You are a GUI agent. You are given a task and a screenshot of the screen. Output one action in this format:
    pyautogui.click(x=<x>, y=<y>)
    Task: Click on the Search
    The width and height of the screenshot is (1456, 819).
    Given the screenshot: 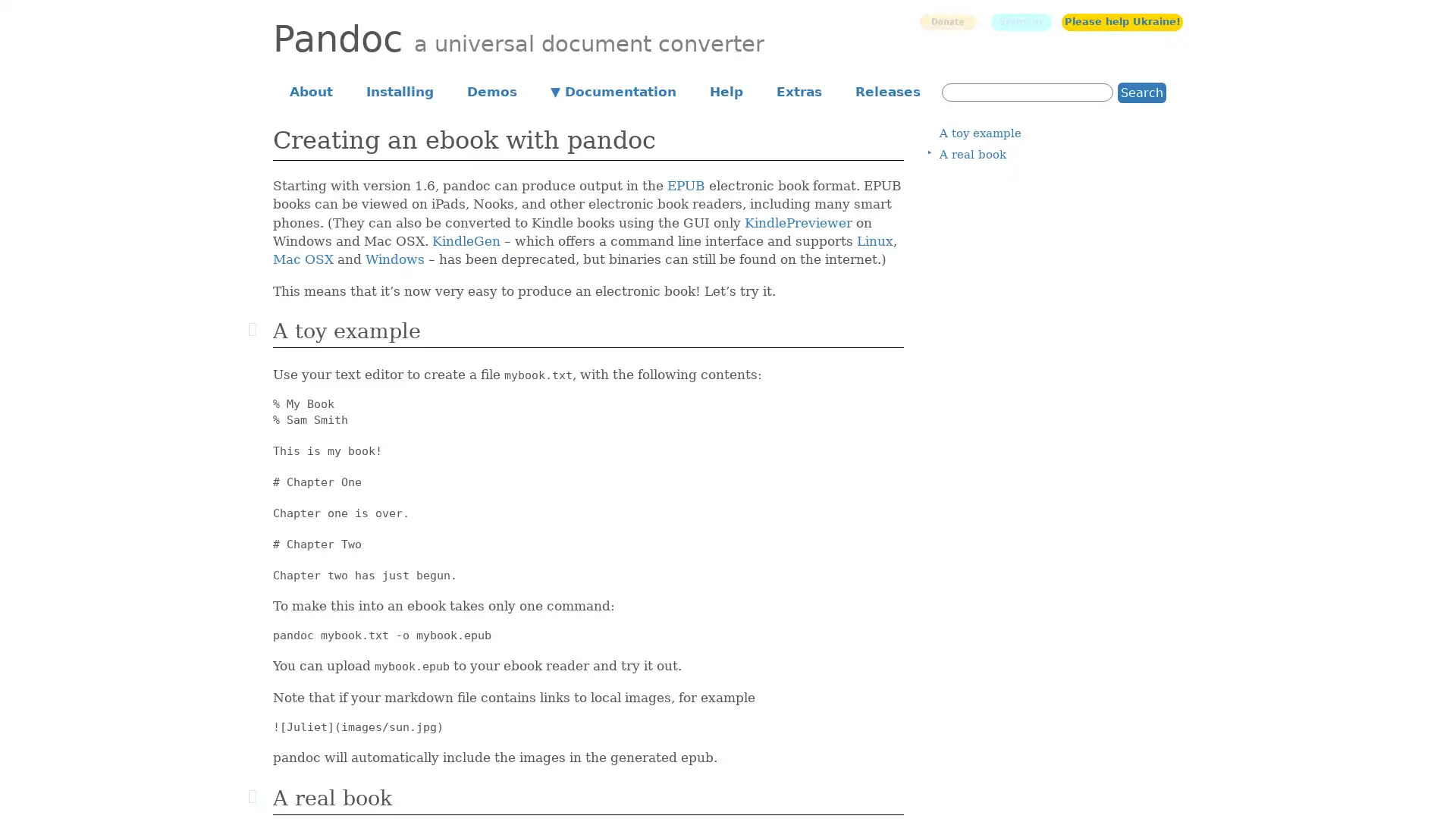 What is the action you would take?
    pyautogui.click(x=1142, y=92)
    